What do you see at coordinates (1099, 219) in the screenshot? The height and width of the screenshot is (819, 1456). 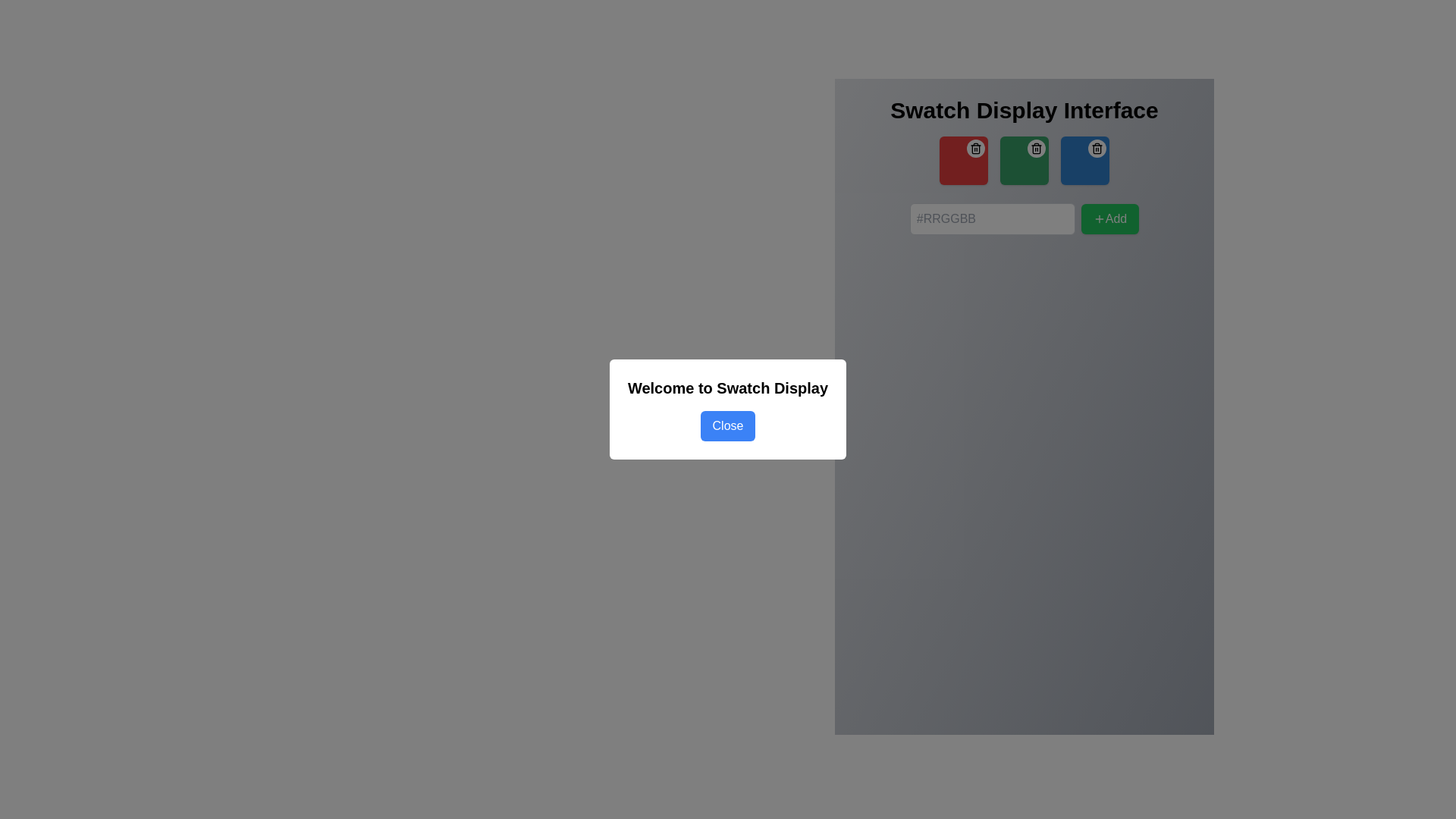 I see `the addition icon` at bounding box center [1099, 219].